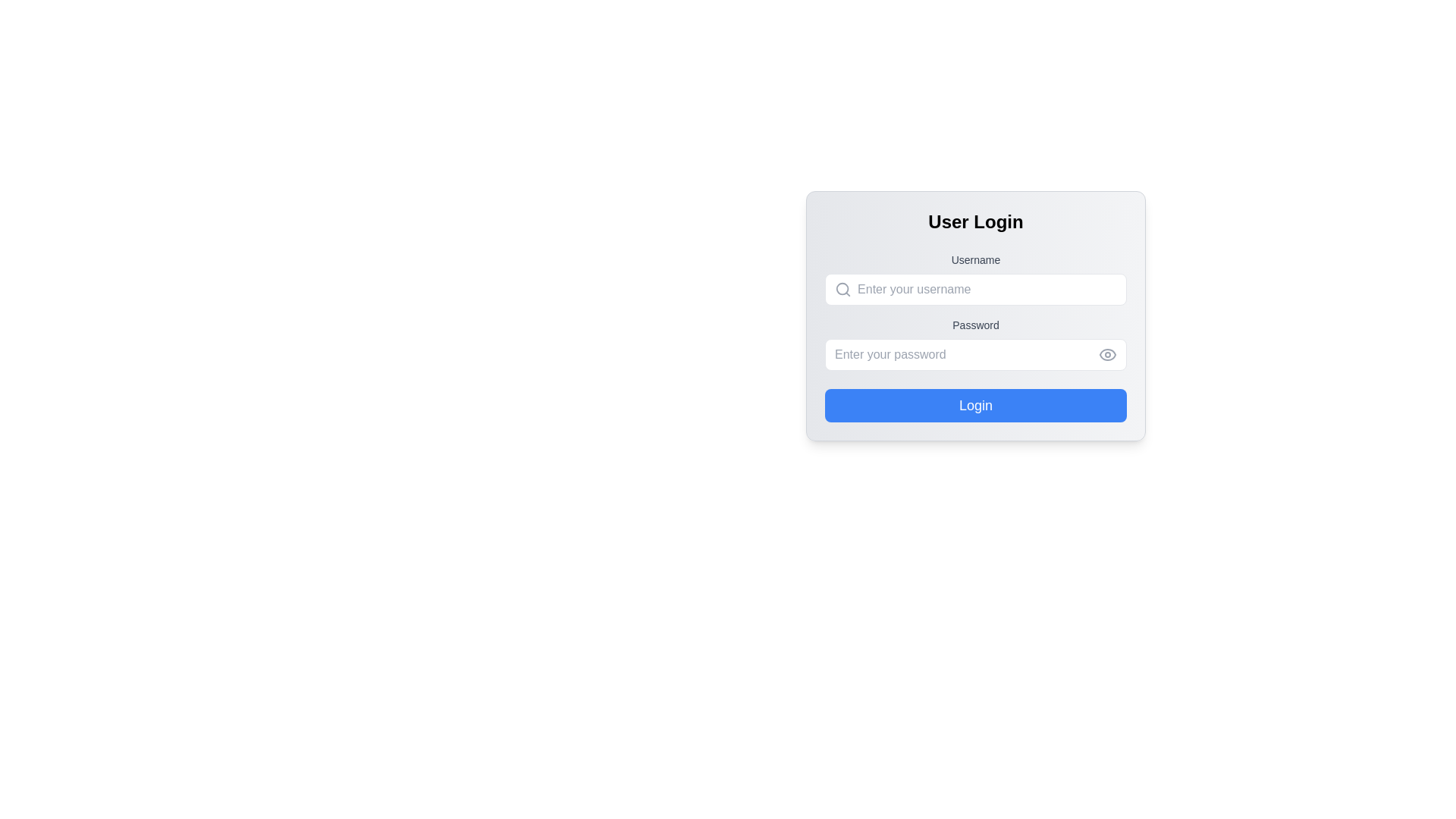 This screenshot has width=1456, height=819. What do you see at coordinates (975, 344) in the screenshot?
I see `the password input field located in the middle area of the login form, positioned directly below the Username input field and above the Login button` at bounding box center [975, 344].